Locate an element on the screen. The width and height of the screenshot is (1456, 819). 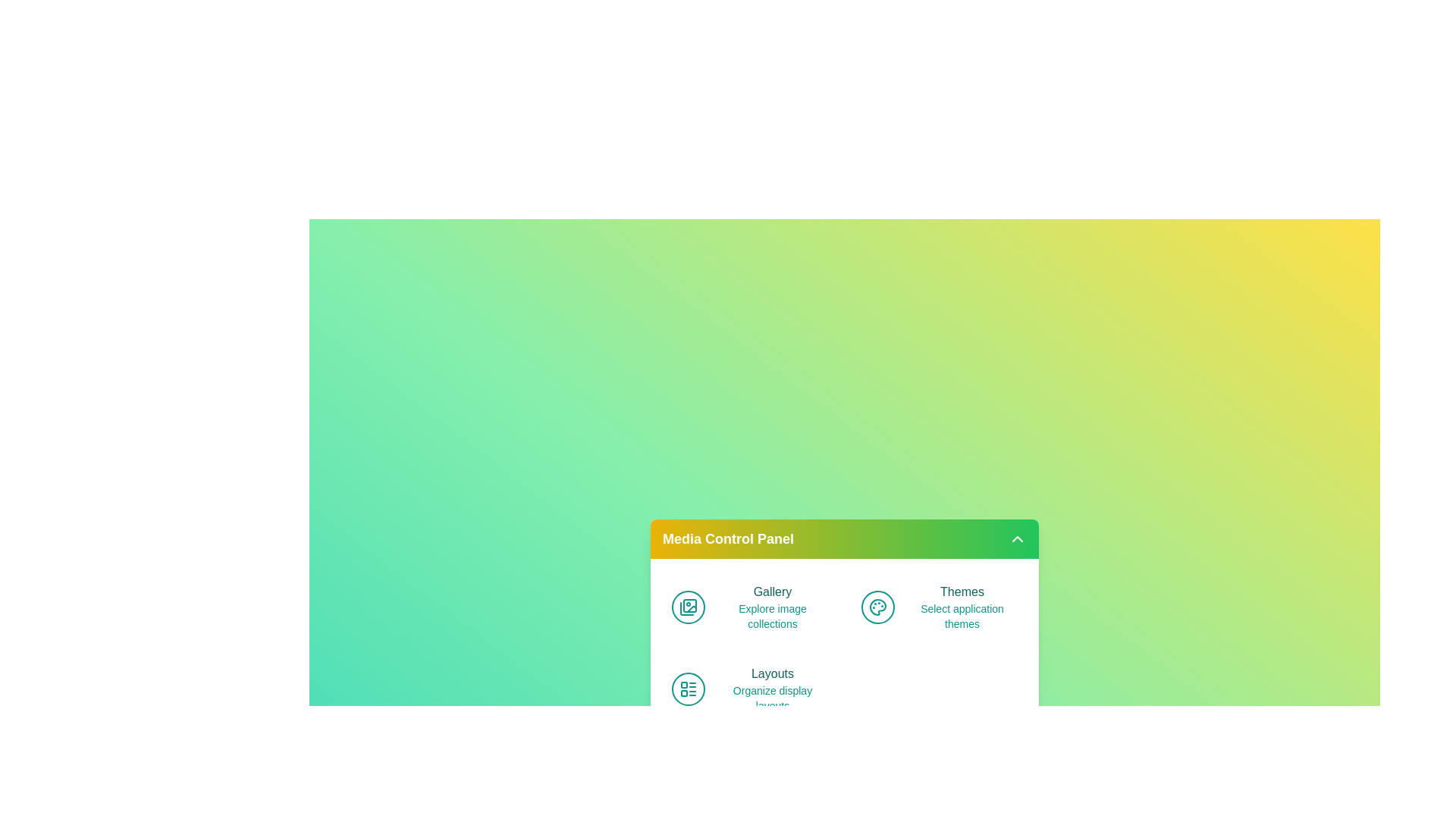
the expand/collapse button to toggle the panel visibility is located at coordinates (1018, 538).